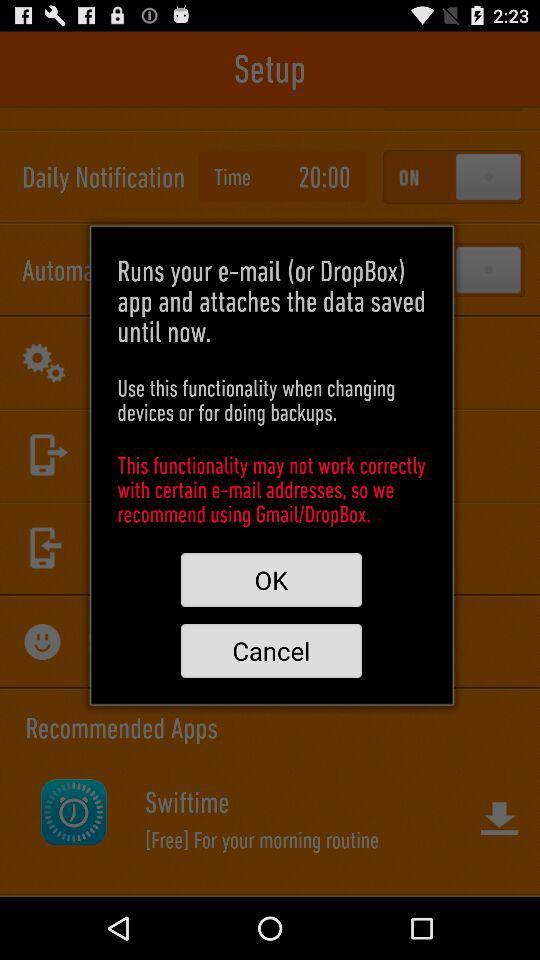 The height and width of the screenshot is (960, 540). What do you see at coordinates (270, 649) in the screenshot?
I see `the button at the bottom` at bounding box center [270, 649].